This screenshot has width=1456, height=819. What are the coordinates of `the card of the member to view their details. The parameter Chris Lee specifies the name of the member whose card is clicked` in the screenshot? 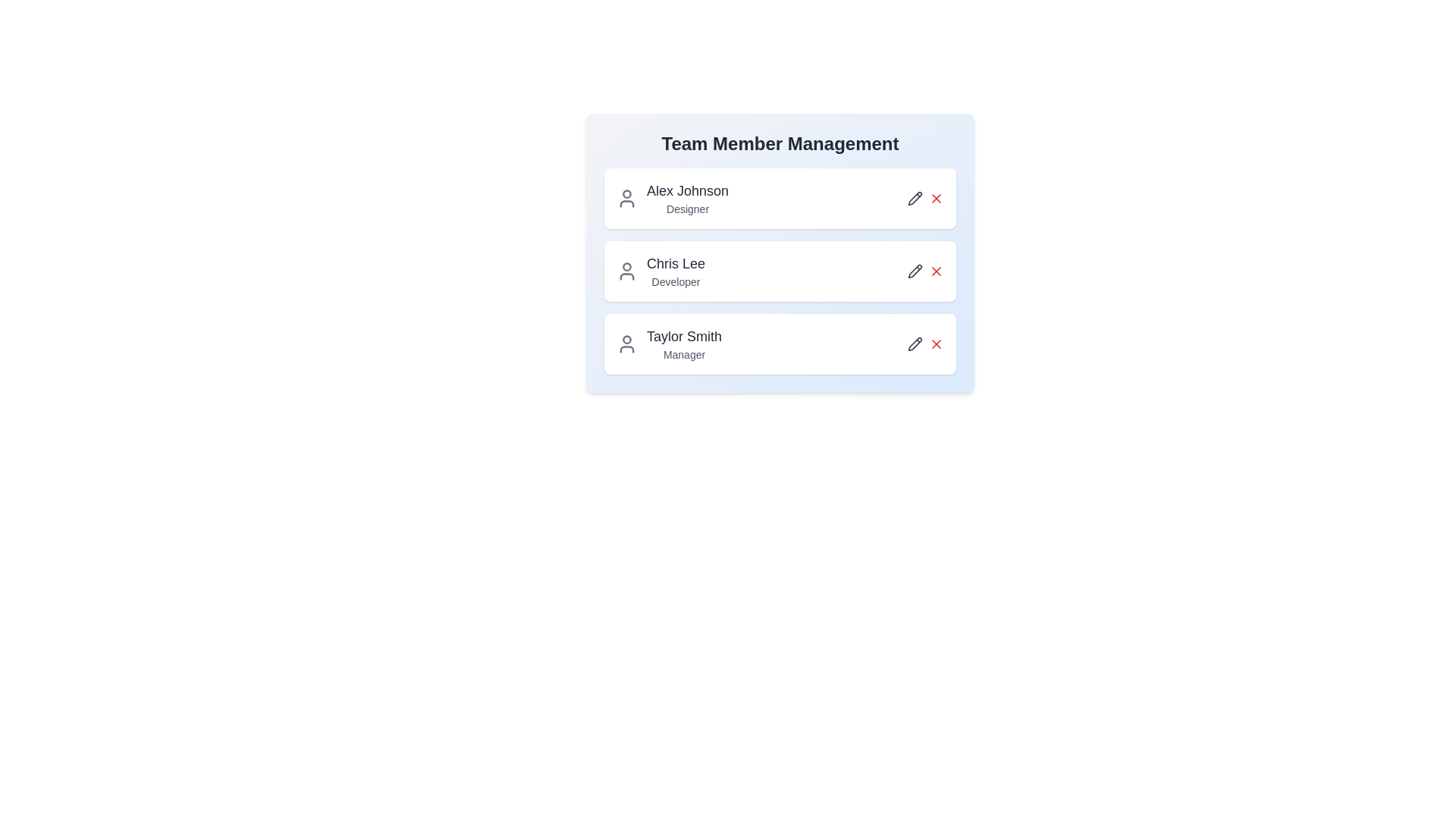 It's located at (780, 271).